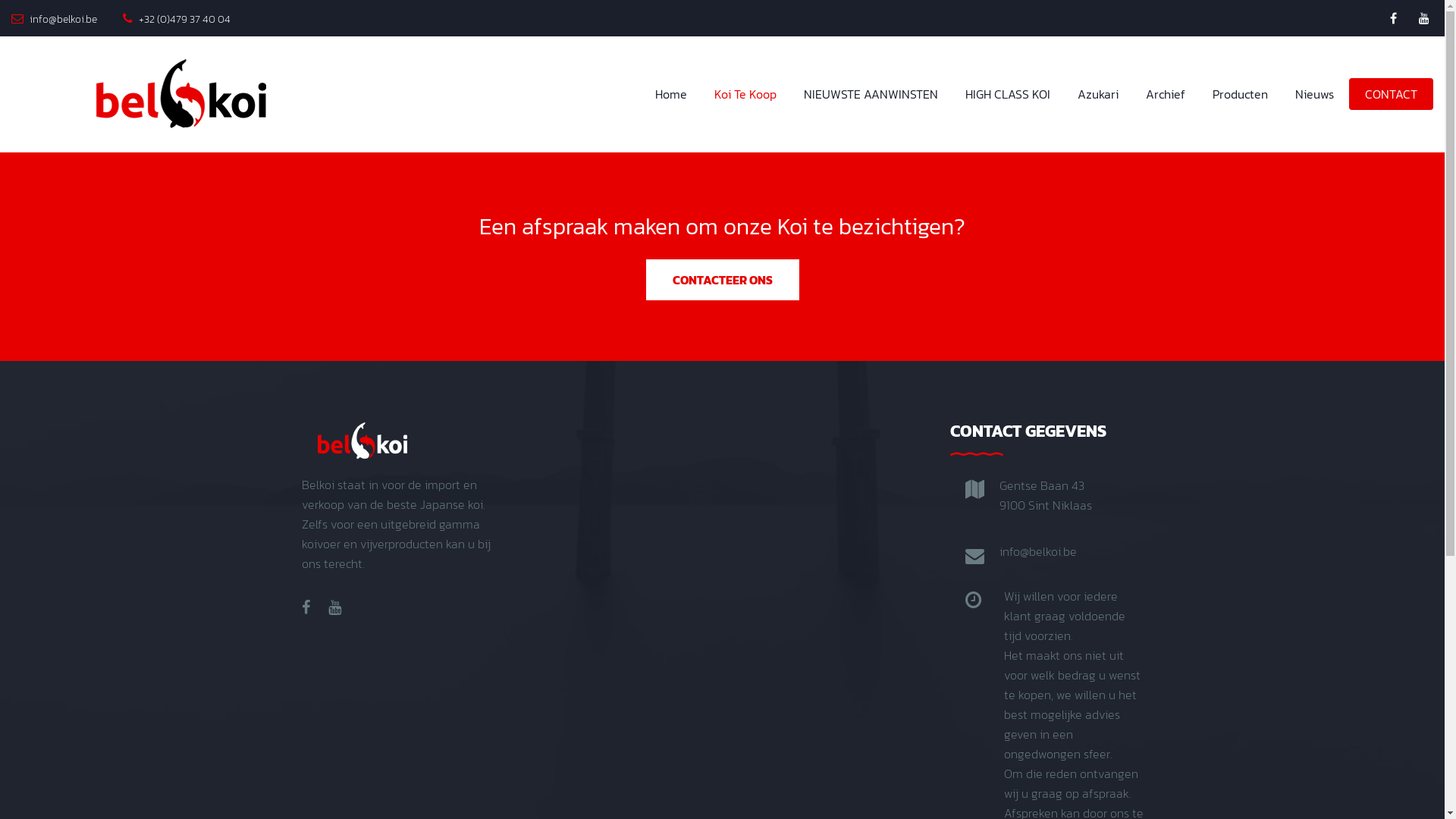 Image resolution: width=1456 pixels, height=819 pixels. Describe the element at coordinates (1391, 93) in the screenshot. I see `'CONTACT'` at that location.